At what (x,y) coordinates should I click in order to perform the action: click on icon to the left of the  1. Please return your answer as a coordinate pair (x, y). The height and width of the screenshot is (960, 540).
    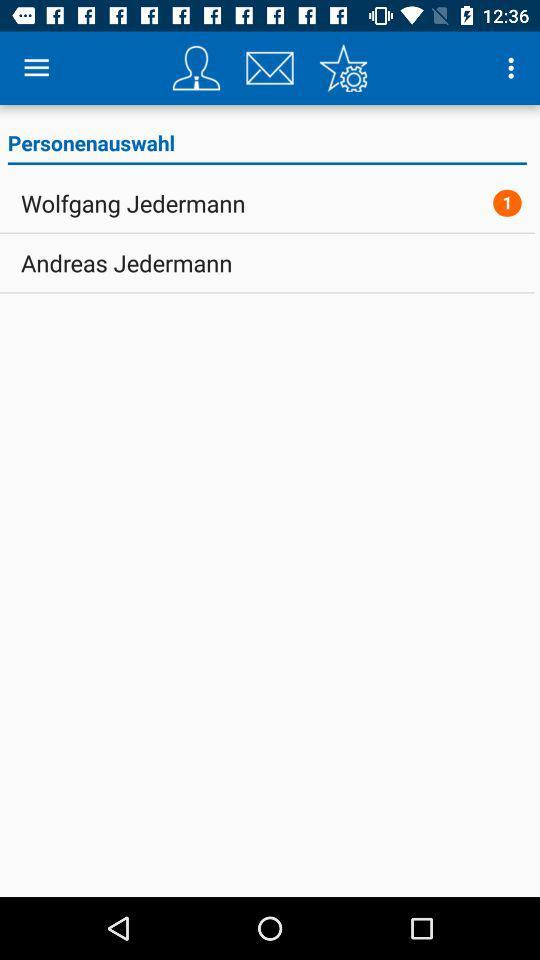
    Looking at the image, I should click on (133, 203).